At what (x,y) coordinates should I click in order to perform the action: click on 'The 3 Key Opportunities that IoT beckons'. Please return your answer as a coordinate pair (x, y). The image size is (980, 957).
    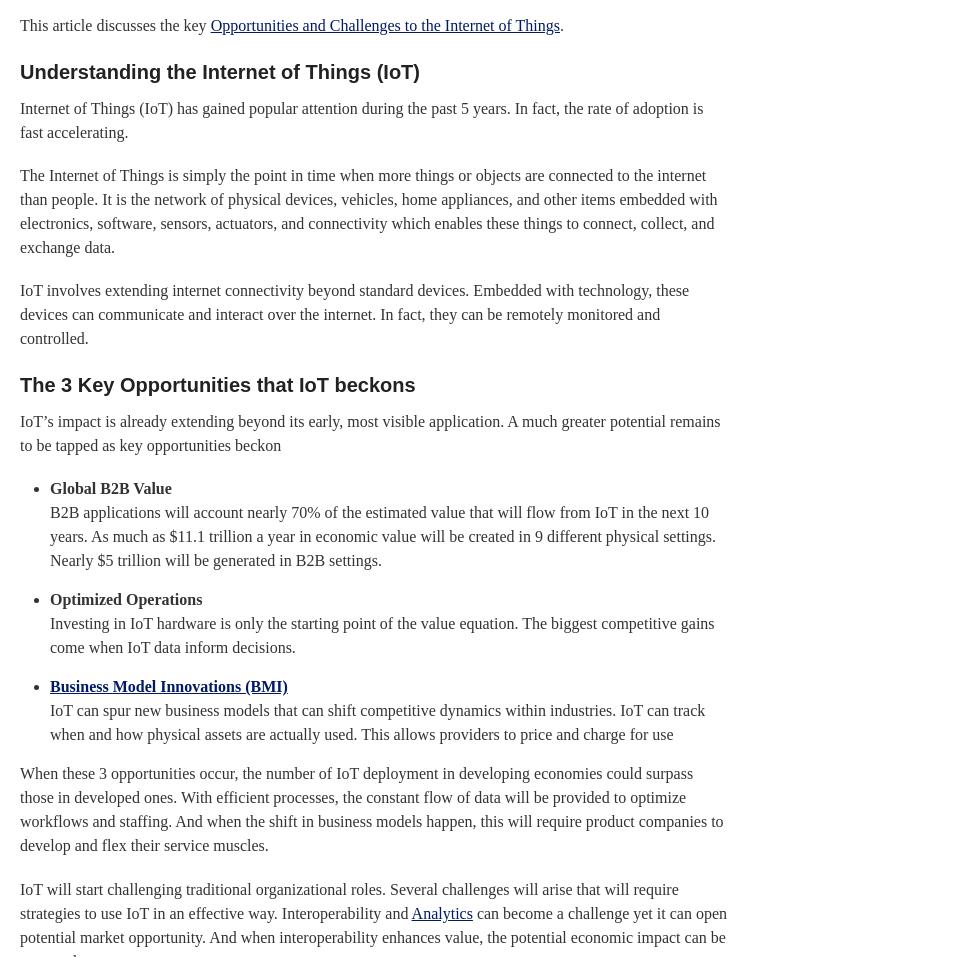
    Looking at the image, I should click on (217, 384).